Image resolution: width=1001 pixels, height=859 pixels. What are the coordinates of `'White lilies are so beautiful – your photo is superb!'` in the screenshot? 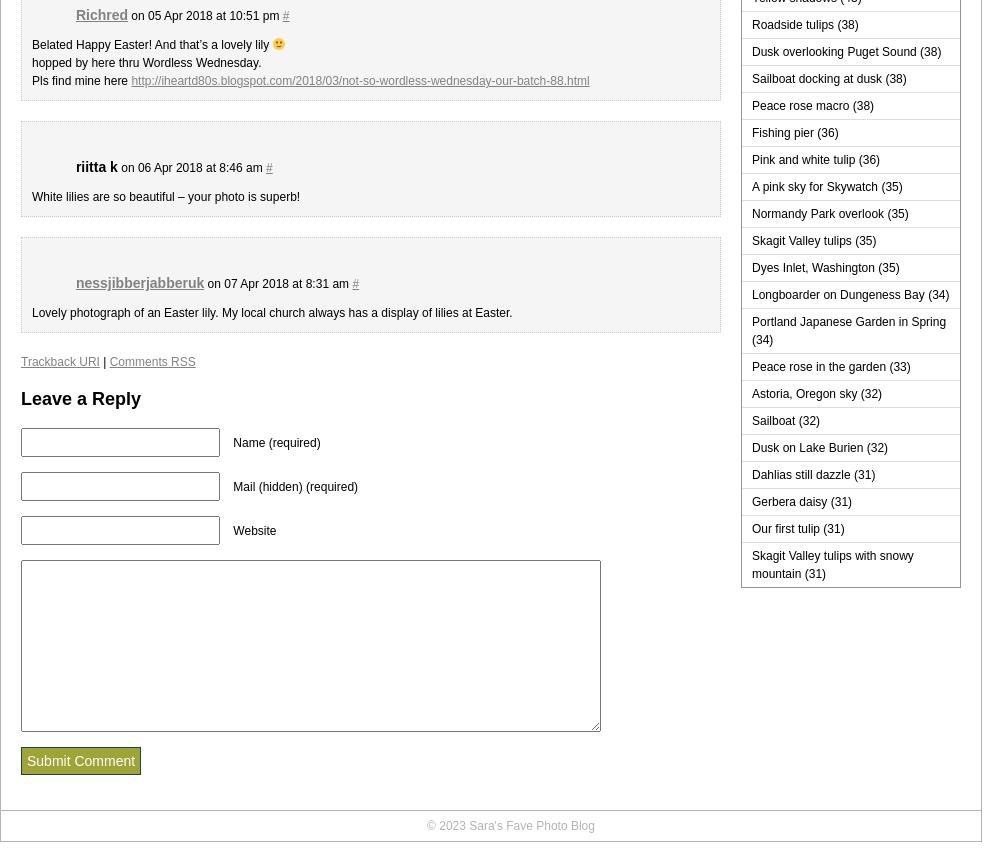 It's located at (32, 196).